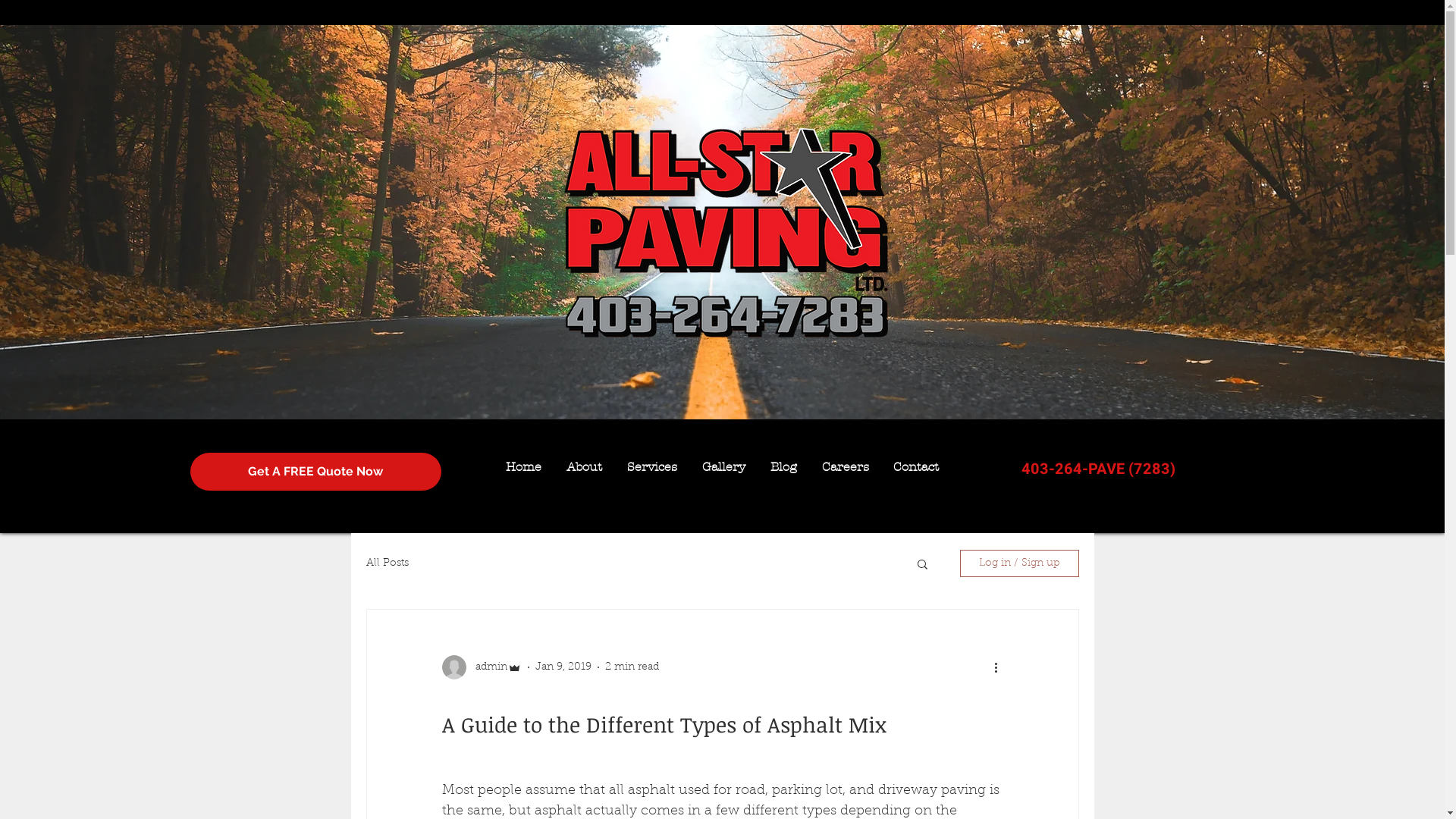  Describe the element at coordinates (651, 466) in the screenshot. I see `'Services'` at that location.